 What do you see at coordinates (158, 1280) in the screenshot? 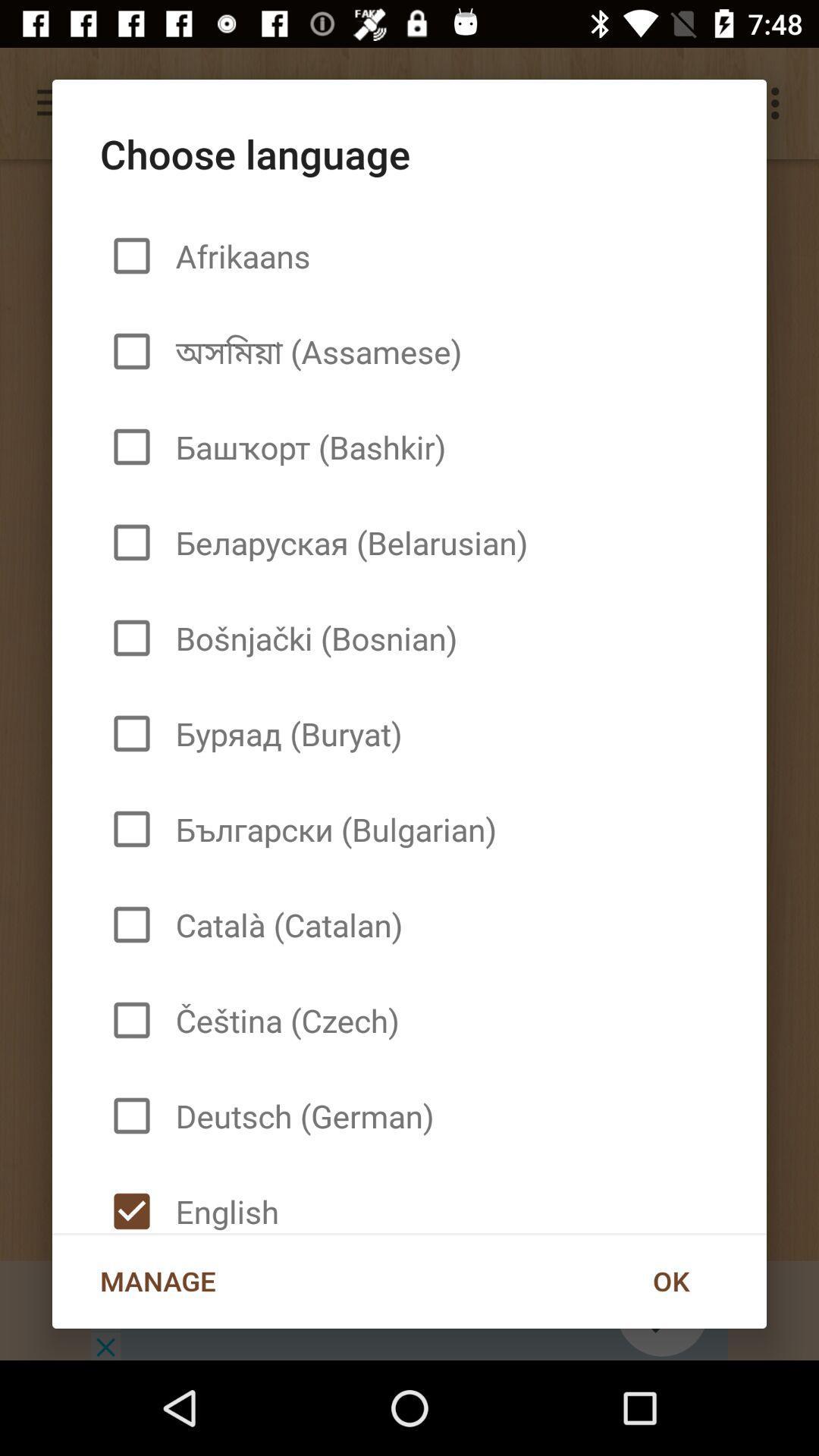
I see `manage` at bounding box center [158, 1280].